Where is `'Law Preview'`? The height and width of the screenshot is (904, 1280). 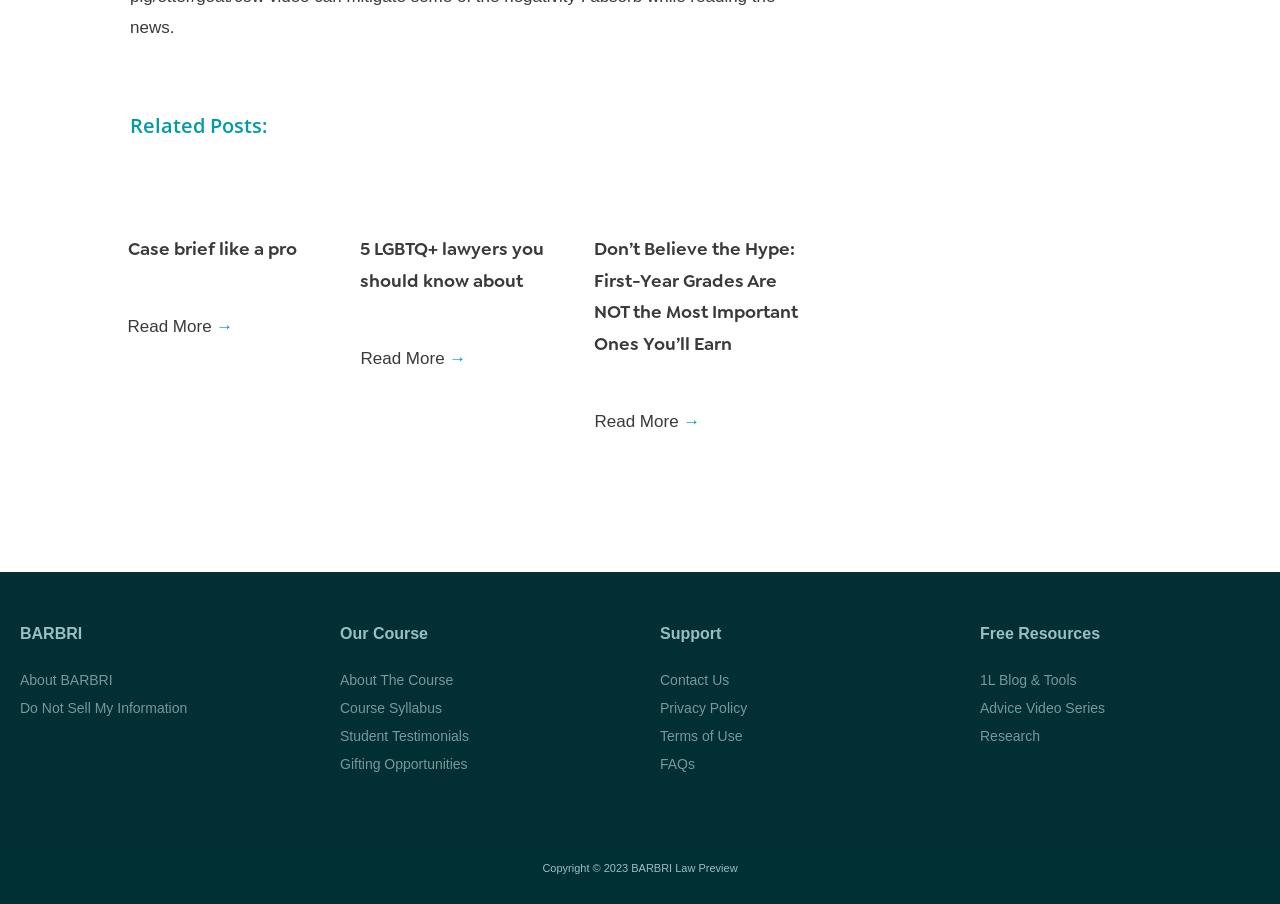
'Law Preview' is located at coordinates (706, 867).